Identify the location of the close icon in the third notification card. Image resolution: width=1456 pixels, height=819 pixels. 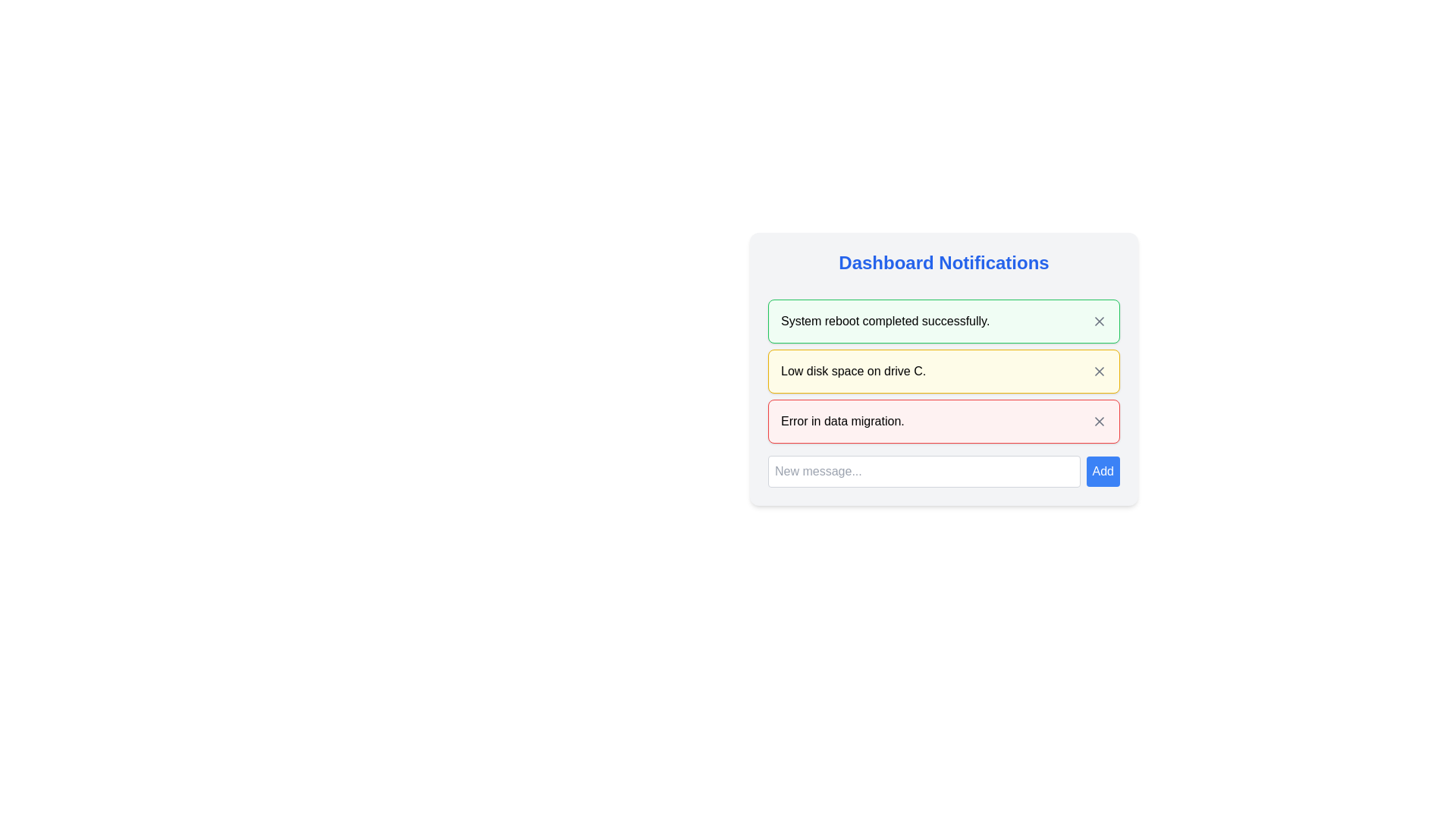
(1099, 421).